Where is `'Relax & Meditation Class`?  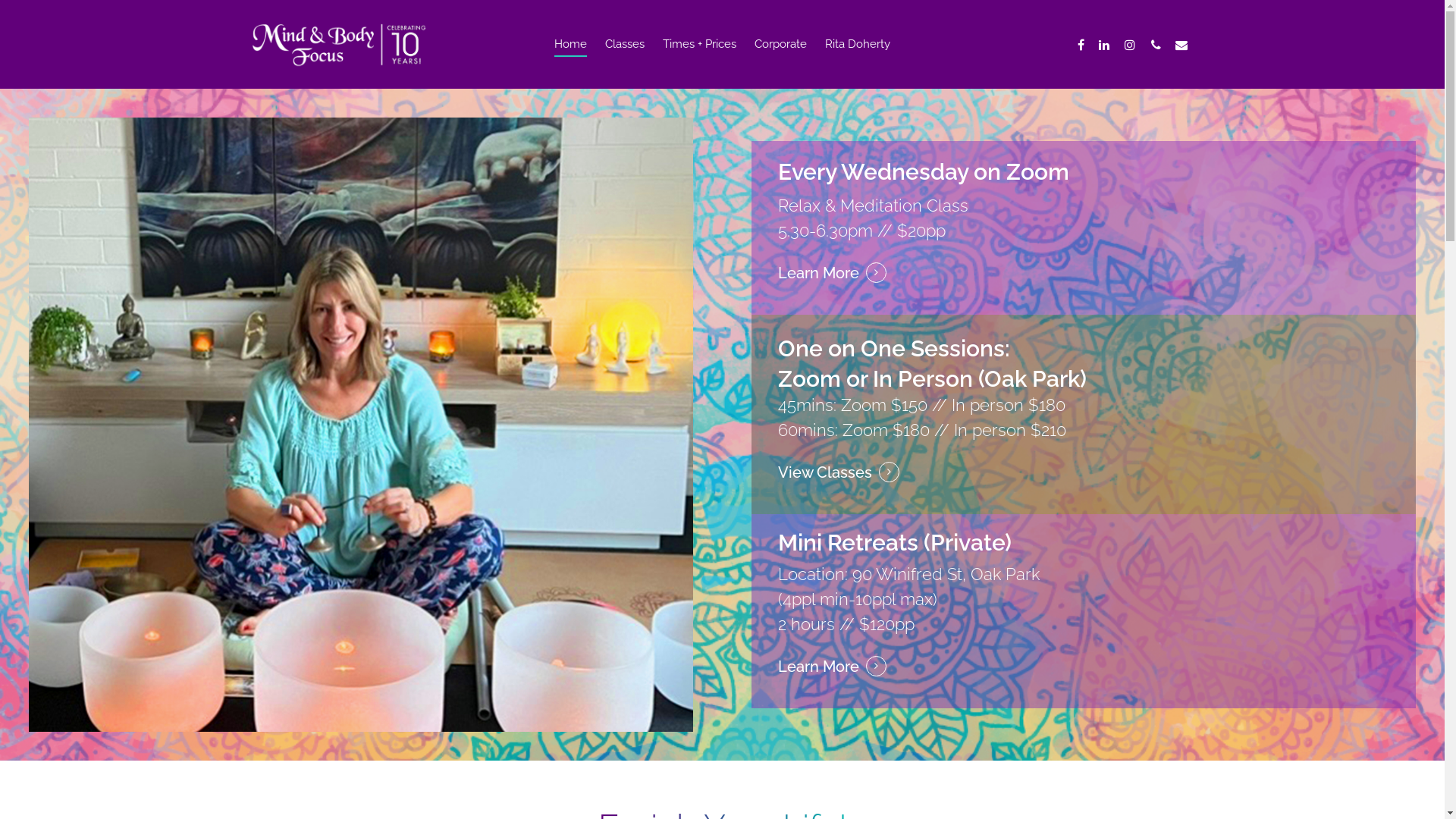
'Relax & Meditation Class is located at coordinates (778, 218).